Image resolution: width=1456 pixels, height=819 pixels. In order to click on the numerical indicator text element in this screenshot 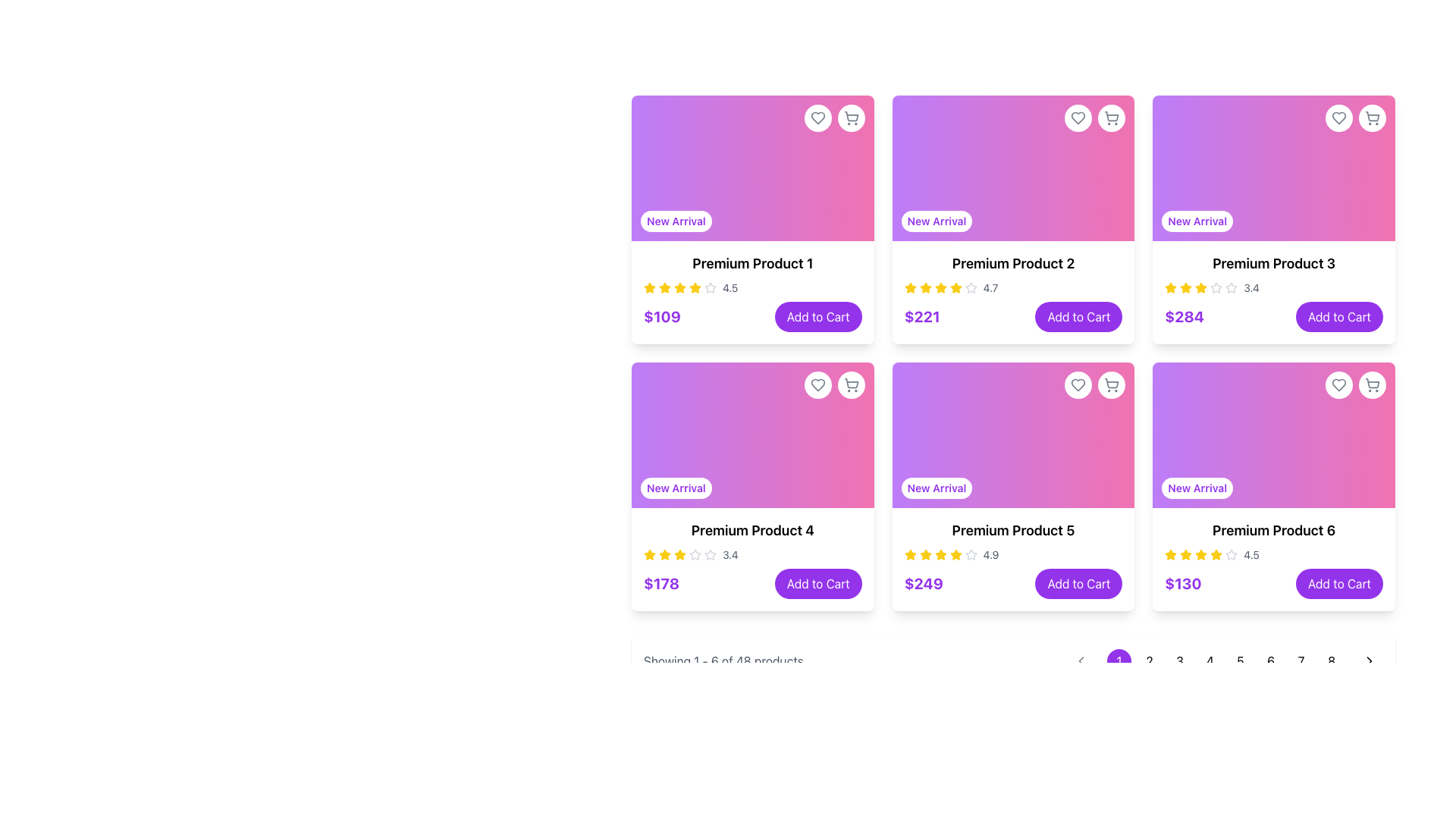, I will do `click(990, 288)`.